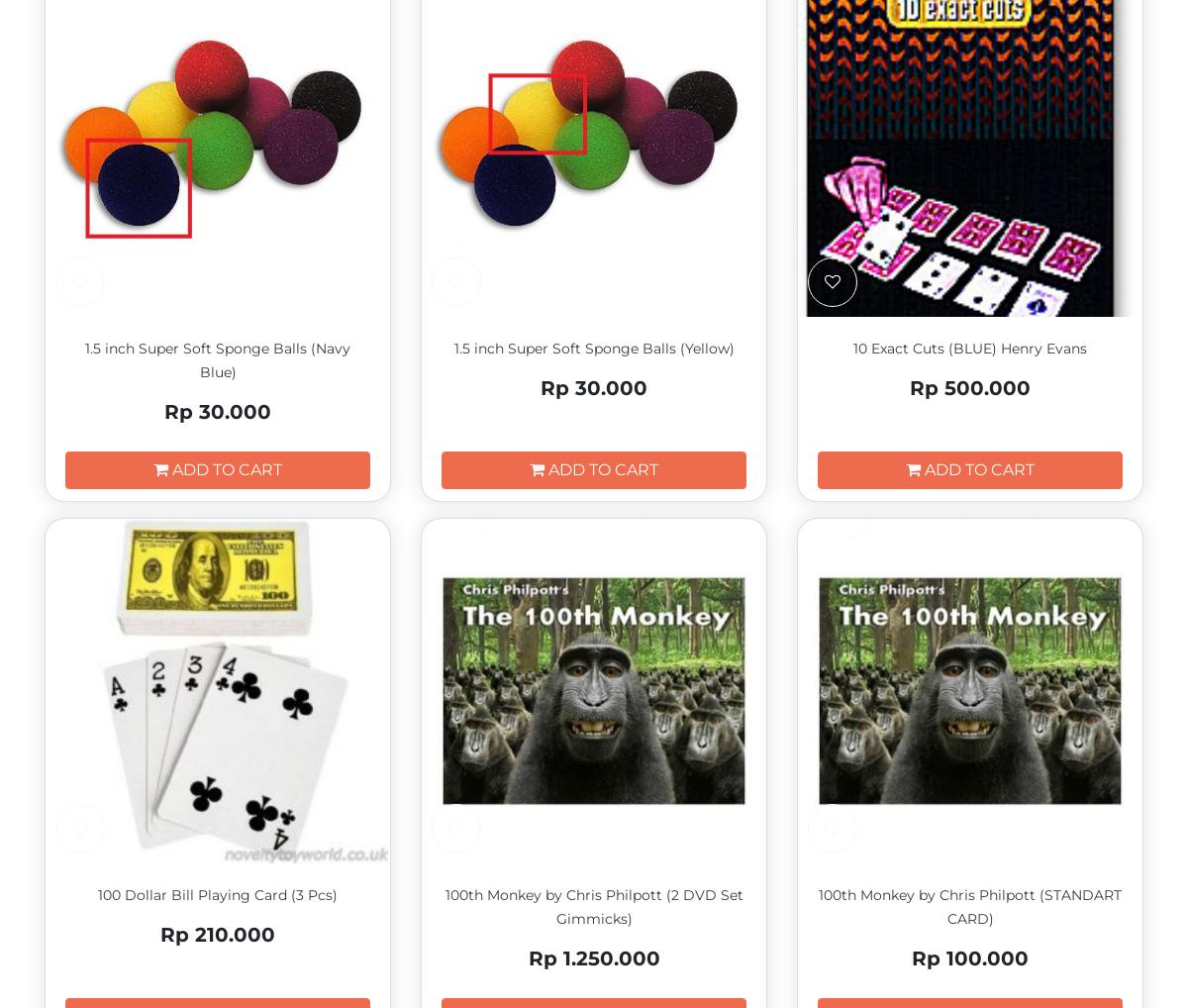 The width and height of the screenshot is (1188, 1008). Describe the element at coordinates (970, 348) in the screenshot. I see `'10 Exact Cuts (BLUE) Henry Evans'` at that location.